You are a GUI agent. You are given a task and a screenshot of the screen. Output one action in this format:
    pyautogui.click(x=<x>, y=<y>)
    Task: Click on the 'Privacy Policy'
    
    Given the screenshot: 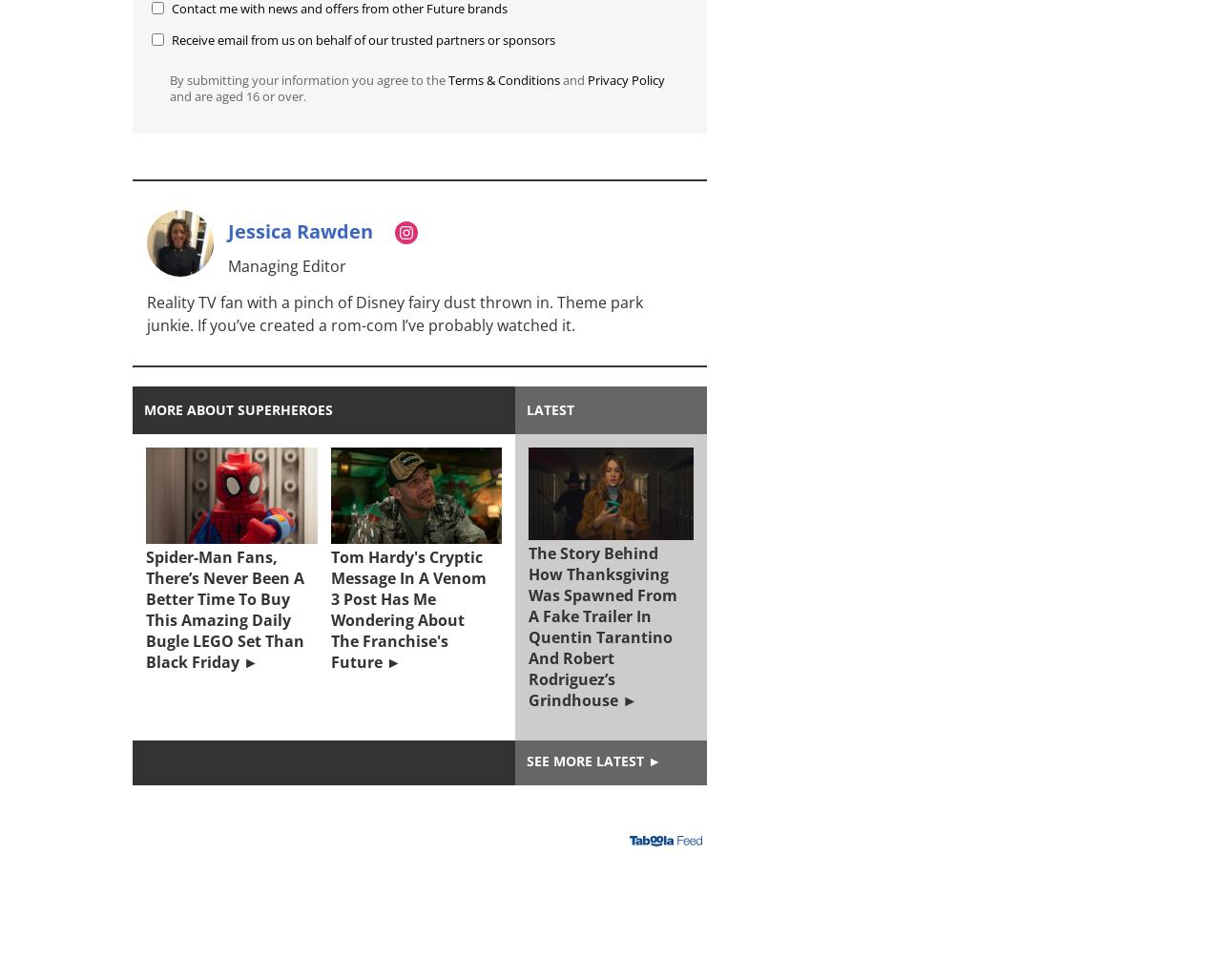 What is the action you would take?
    pyautogui.click(x=625, y=79)
    